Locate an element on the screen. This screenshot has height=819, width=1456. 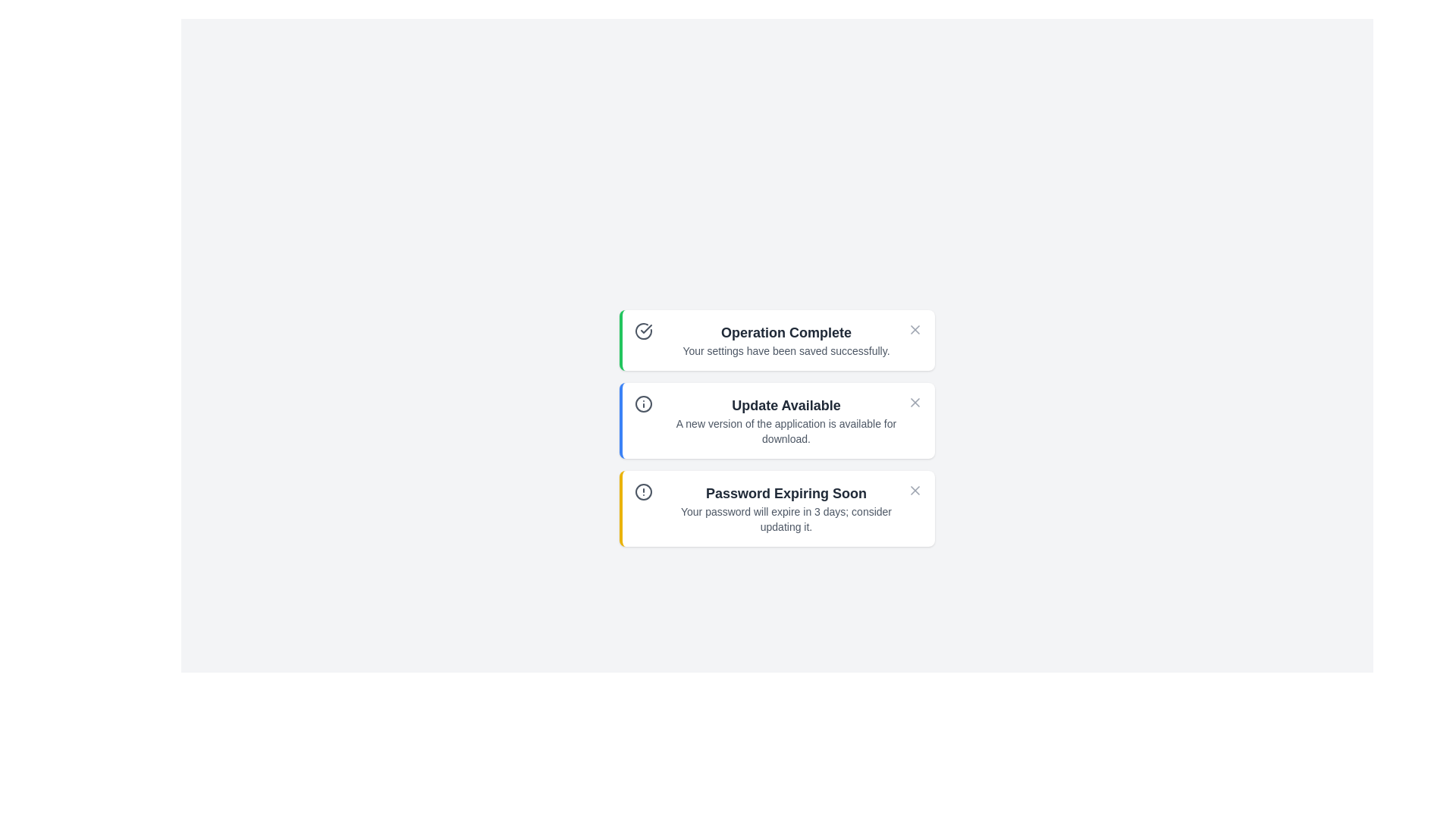
the text section with the bold title 'Update Available' that indicates a new version of the application is available for download, which is centrally aligned and has a blue border on the left is located at coordinates (786, 421).